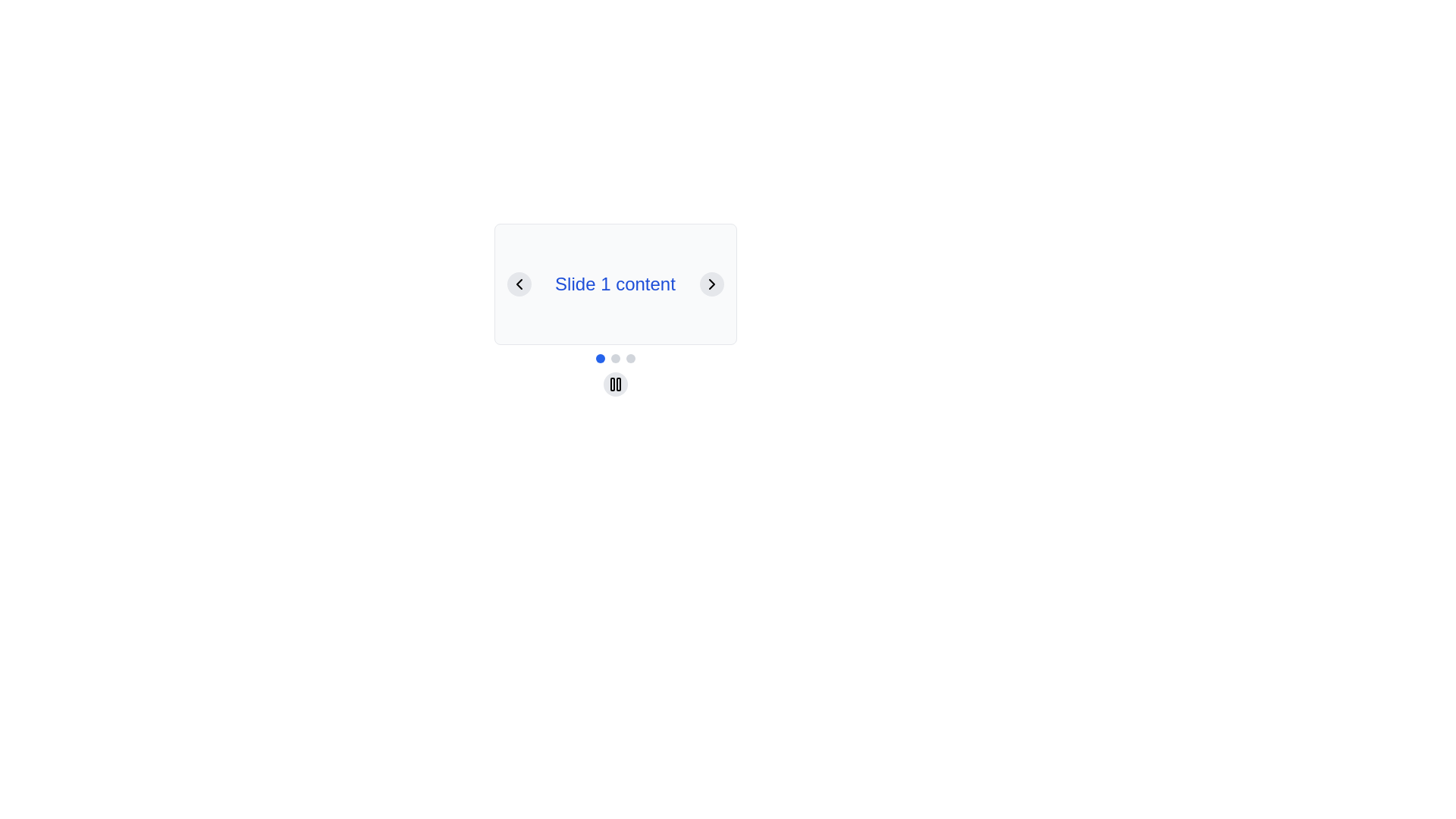 The height and width of the screenshot is (819, 1456). Describe the element at coordinates (630, 359) in the screenshot. I see `the third dot indicator, which is a small light gray circular dot located horizontally in a sequence of three dots below the 'Slide 1 content' box` at that location.